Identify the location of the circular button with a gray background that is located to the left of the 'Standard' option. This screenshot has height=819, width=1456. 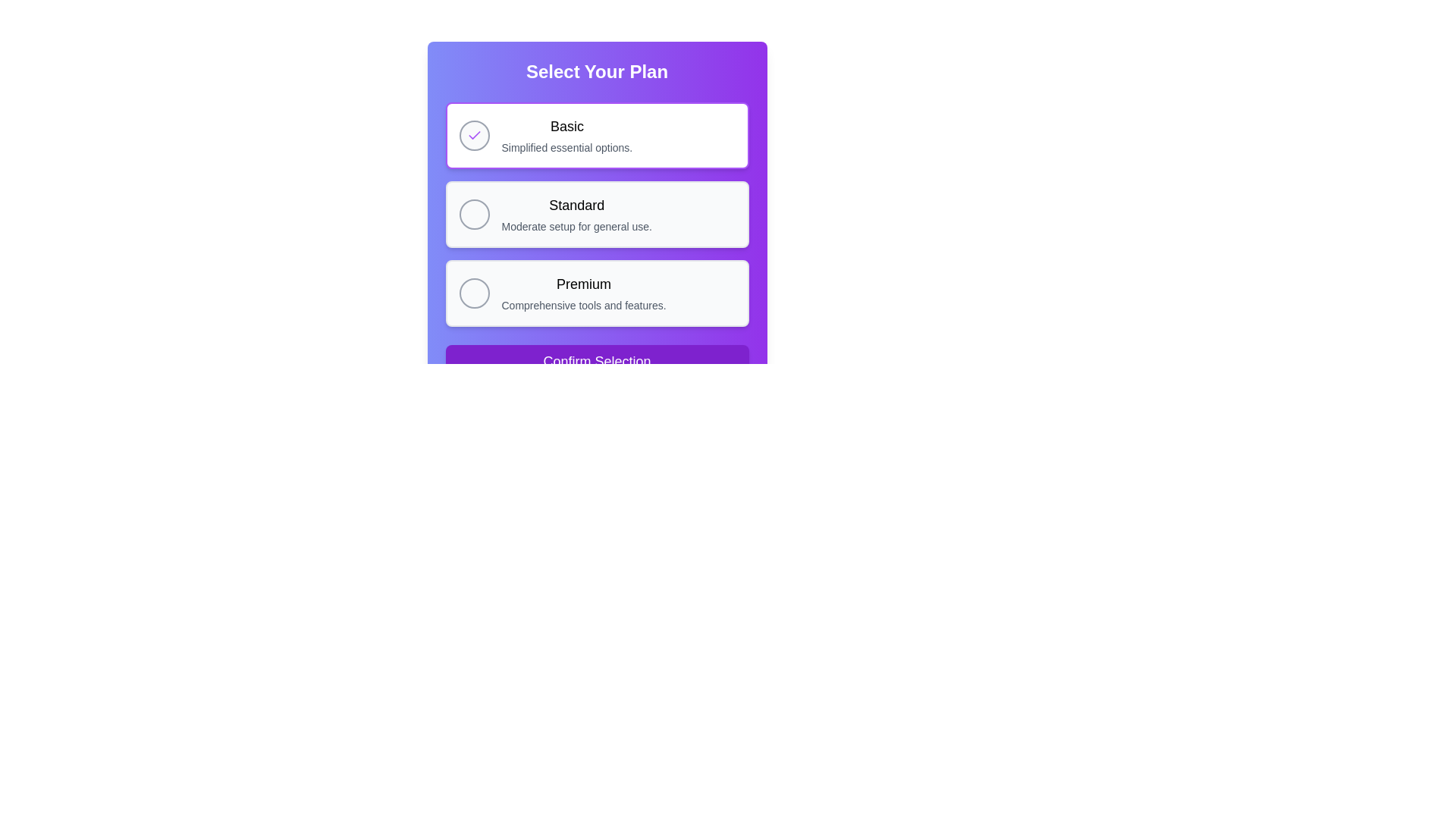
(473, 214).